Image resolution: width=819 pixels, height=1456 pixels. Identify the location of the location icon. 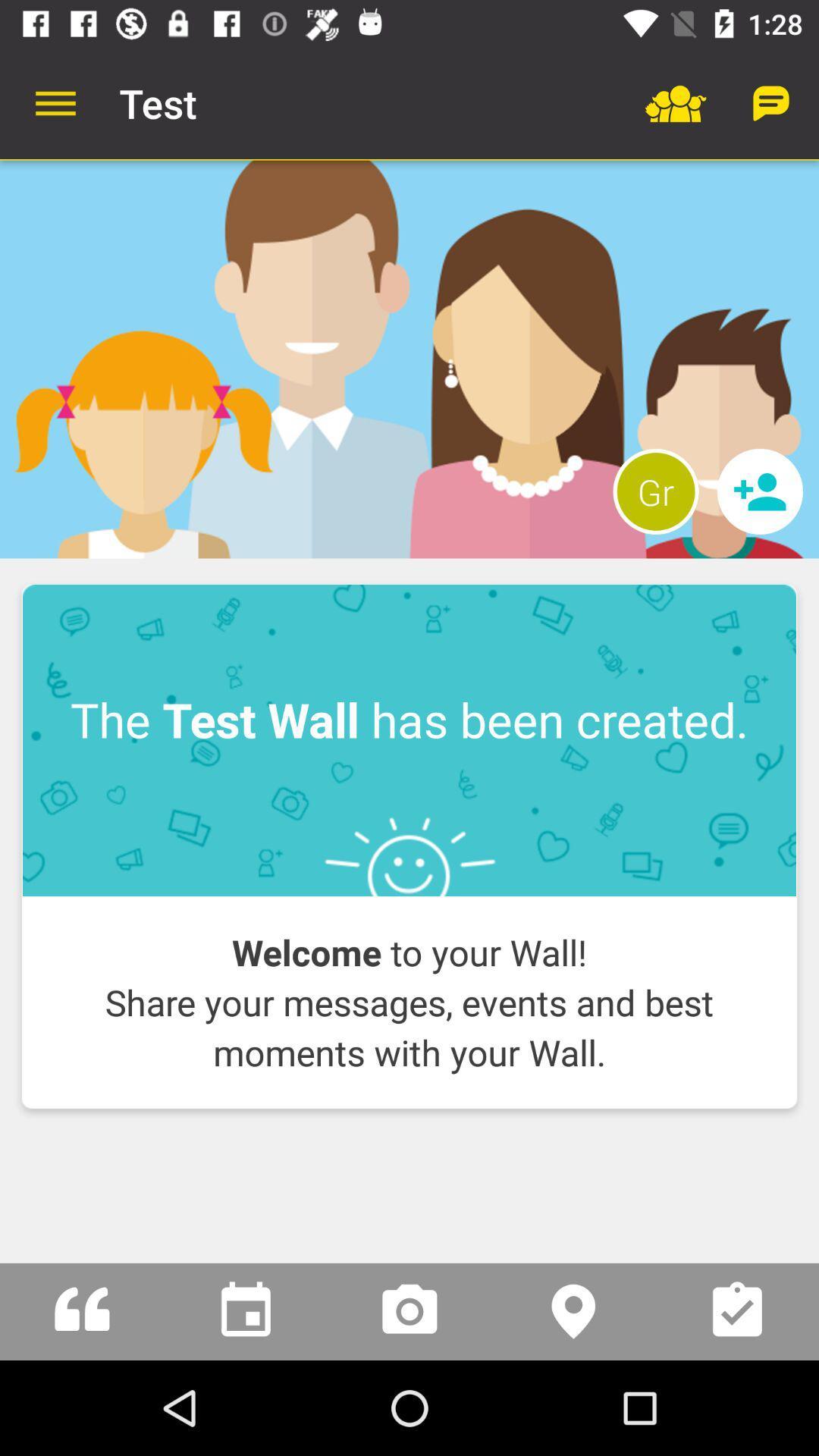
(573, 1310).